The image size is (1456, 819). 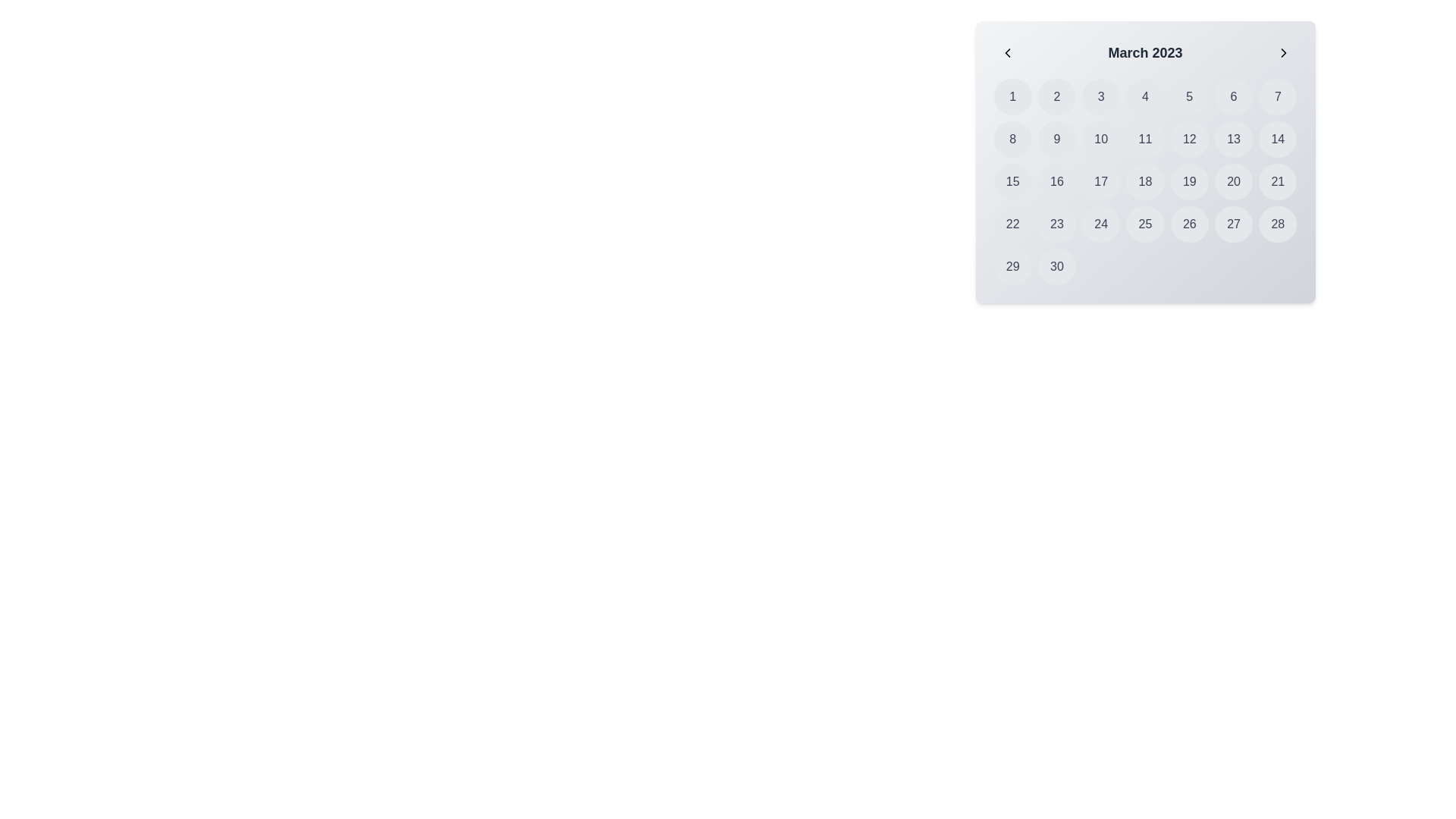 What do you see at coordinates (1277, 224) in the screenshot?
I see `the selectable day cell labeled '28' in the calendar grid` at bounding box center [1277, 224].